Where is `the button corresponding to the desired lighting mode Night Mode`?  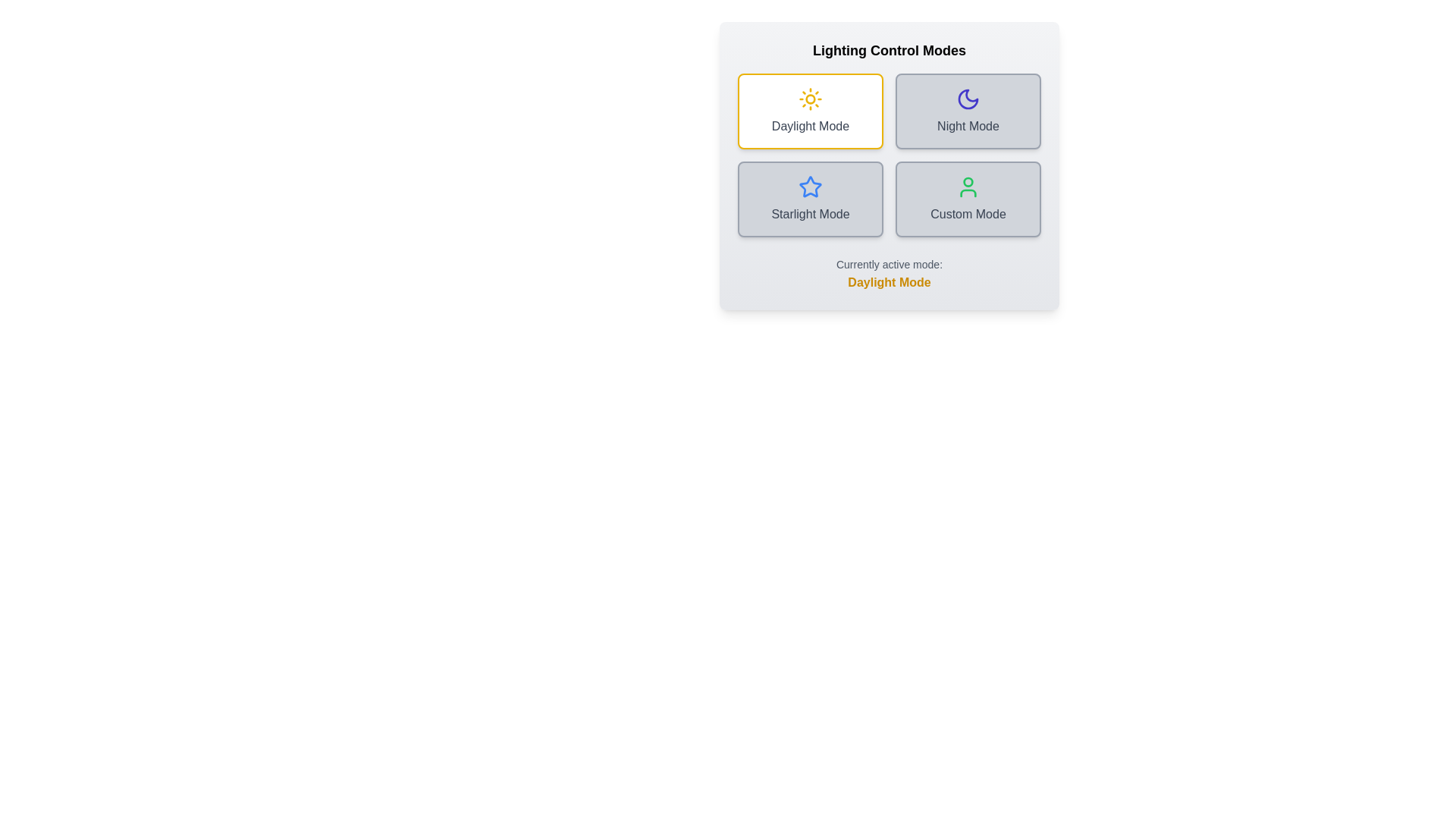 the button corresponding to the desired lighting mode Night Mode is located at coordinates (967, 110).